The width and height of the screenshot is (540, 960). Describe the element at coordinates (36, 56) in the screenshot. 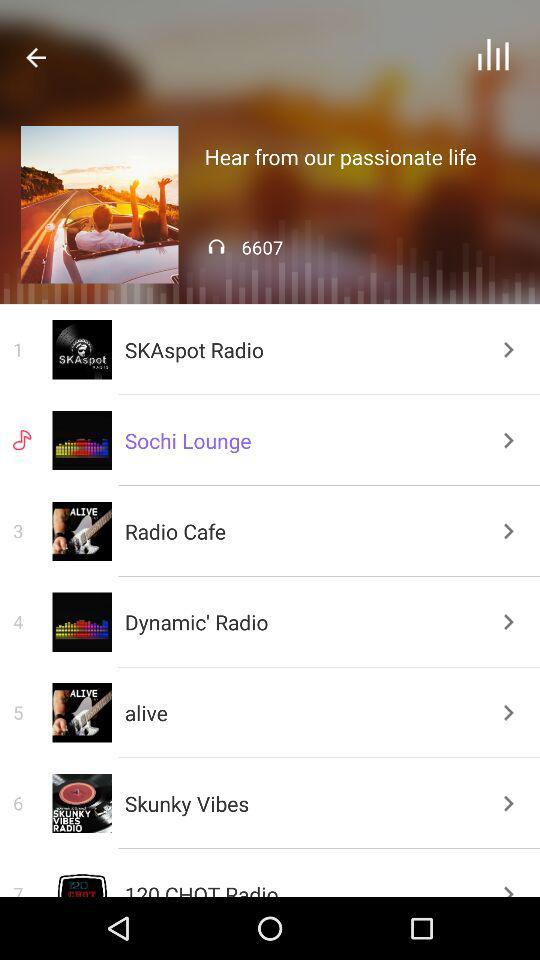

I see `the arrow_backward icon` at that location.